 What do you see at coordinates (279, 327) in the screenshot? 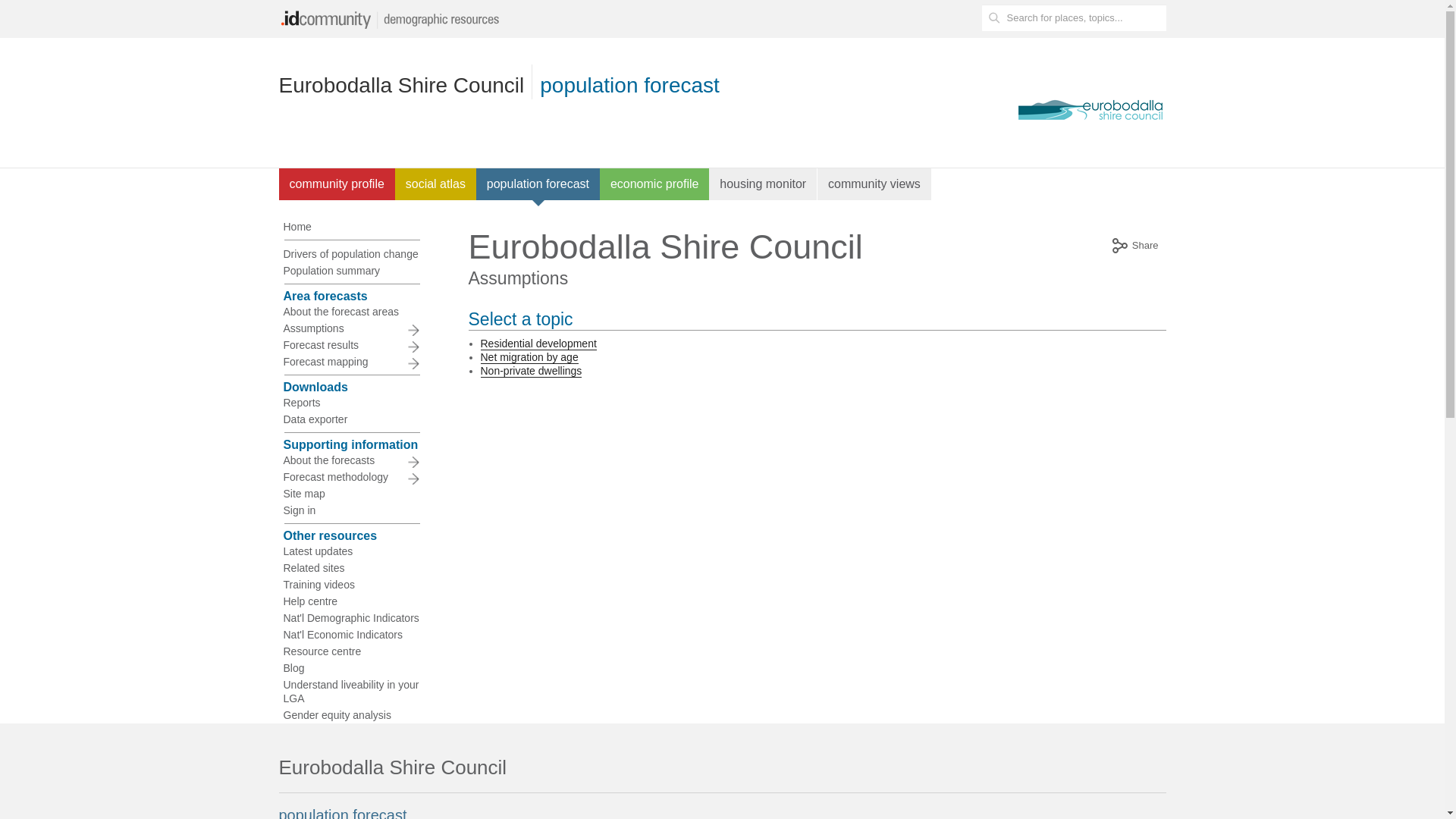
I see `'Assumptions` at bounding box center [279, 327].